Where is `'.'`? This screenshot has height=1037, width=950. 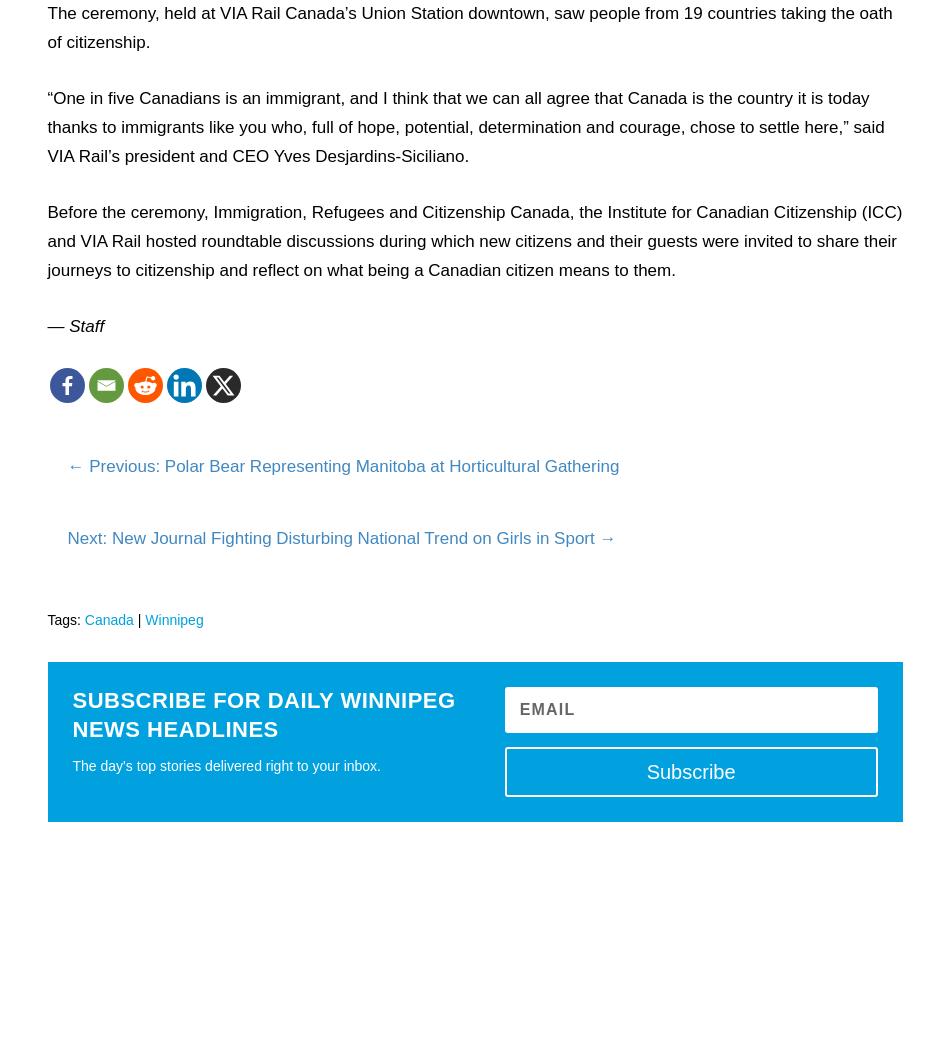
'.' is located at coordinates (465, 154).